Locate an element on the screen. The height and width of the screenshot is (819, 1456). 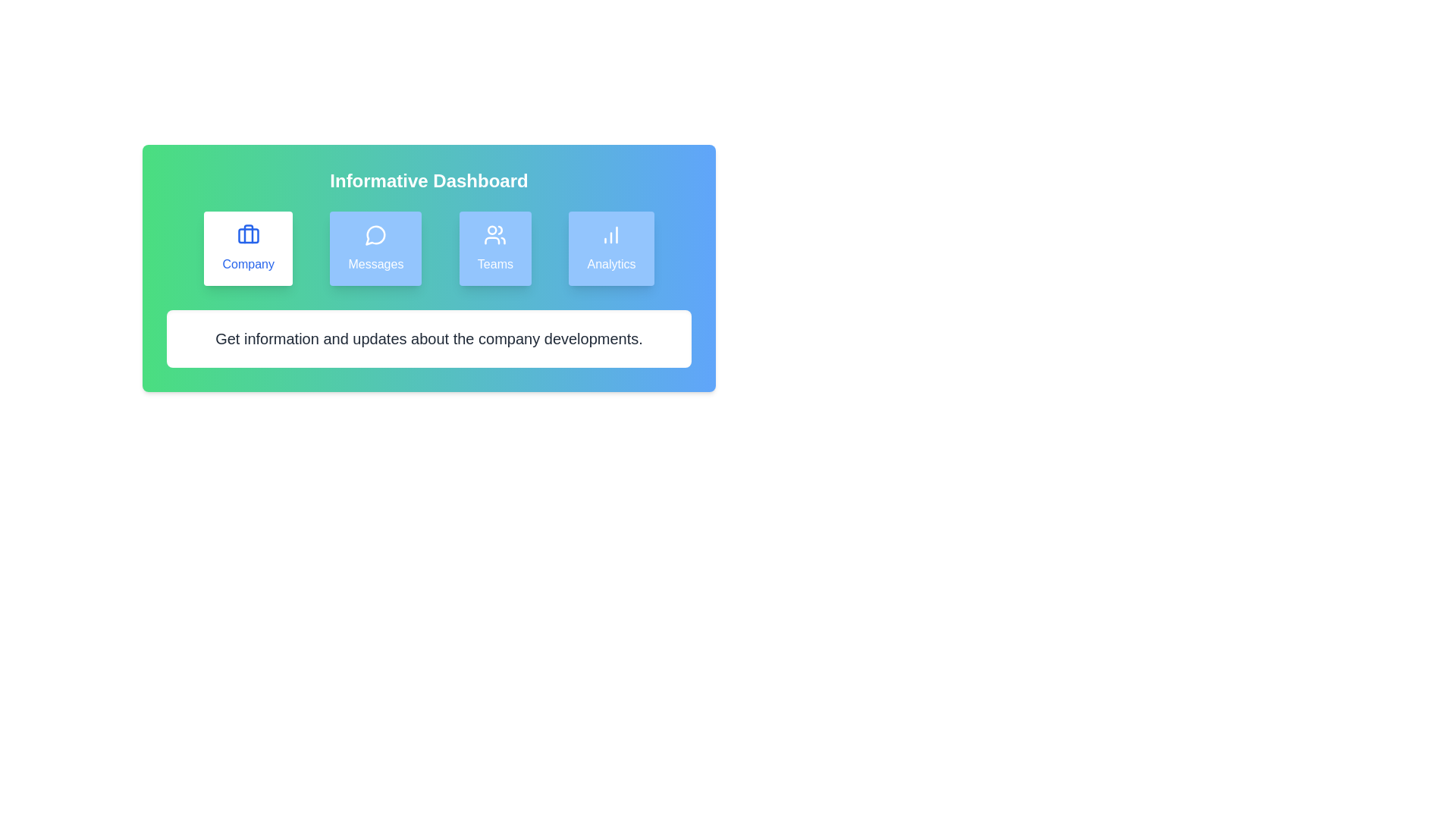
the decorative vertical line element within the suitcase icon located in the 'Company' button on the left side of the interface is located at coordinates (248, 234).